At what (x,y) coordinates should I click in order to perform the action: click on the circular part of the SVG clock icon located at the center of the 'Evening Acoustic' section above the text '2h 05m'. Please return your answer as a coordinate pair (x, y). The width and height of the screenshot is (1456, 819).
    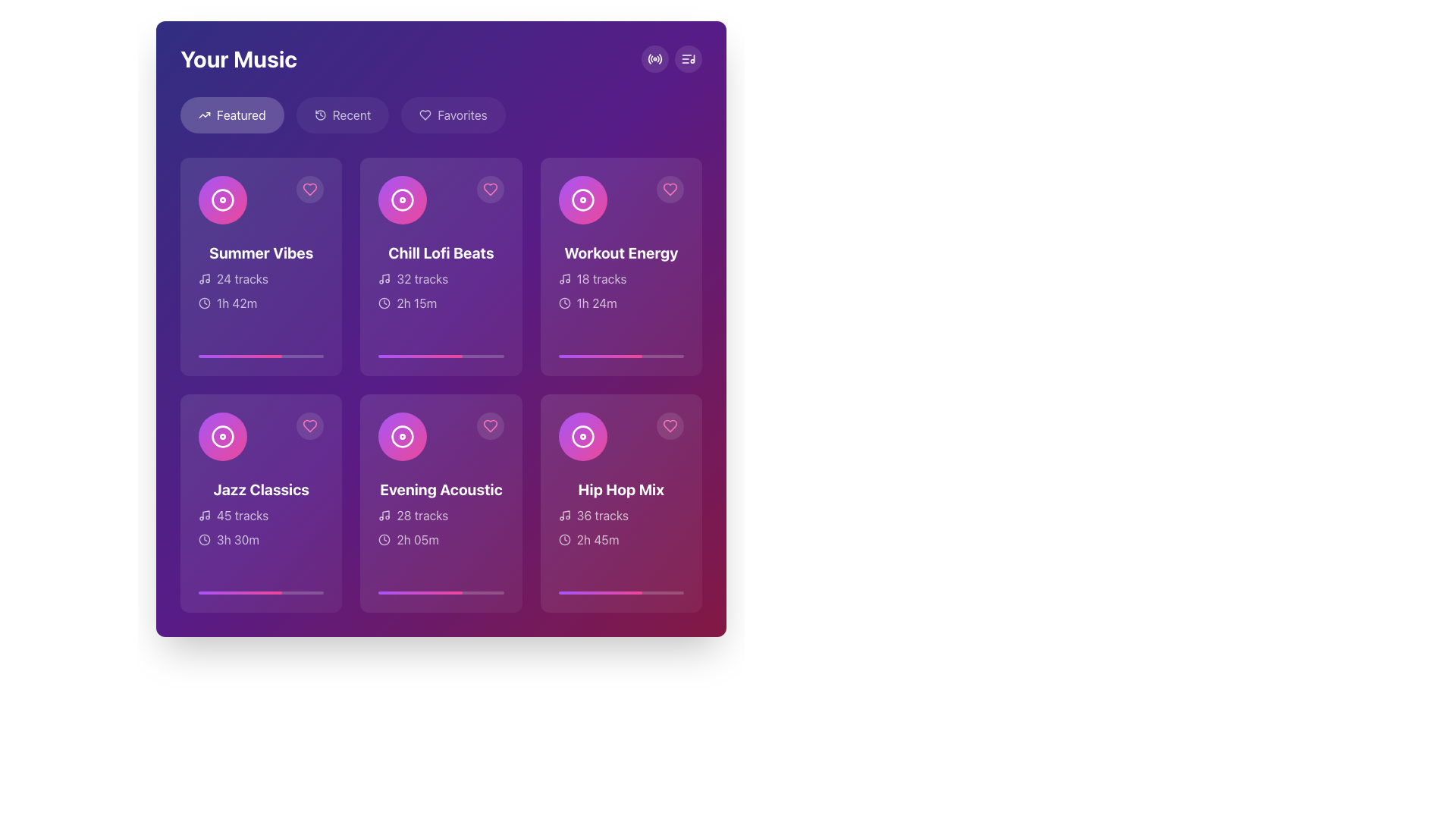
    Looking at the image, I should click on (384, 539).